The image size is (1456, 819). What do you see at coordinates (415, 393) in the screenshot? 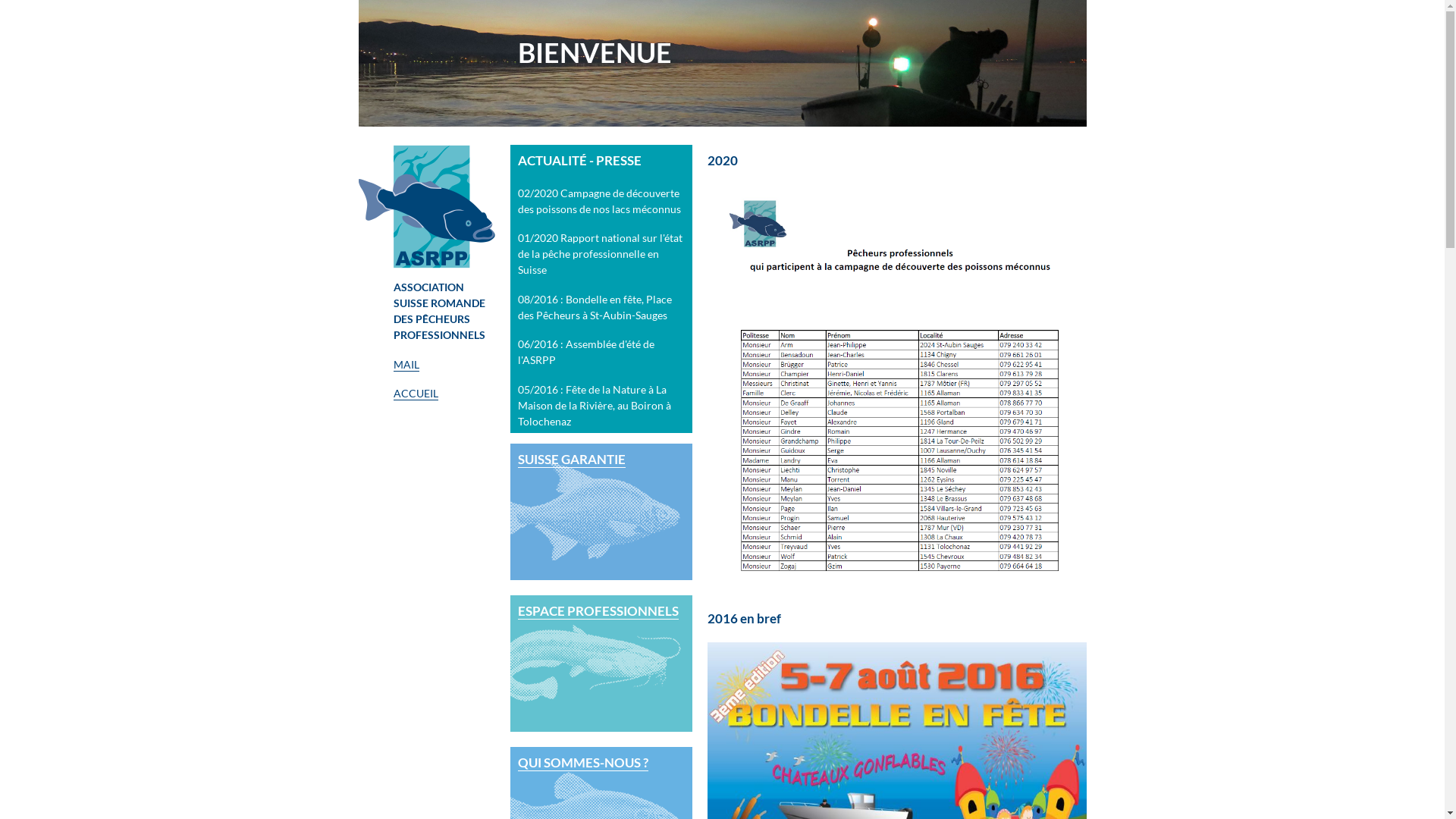
I see `'ACCUEIL'` at bounding box center [415, 393].